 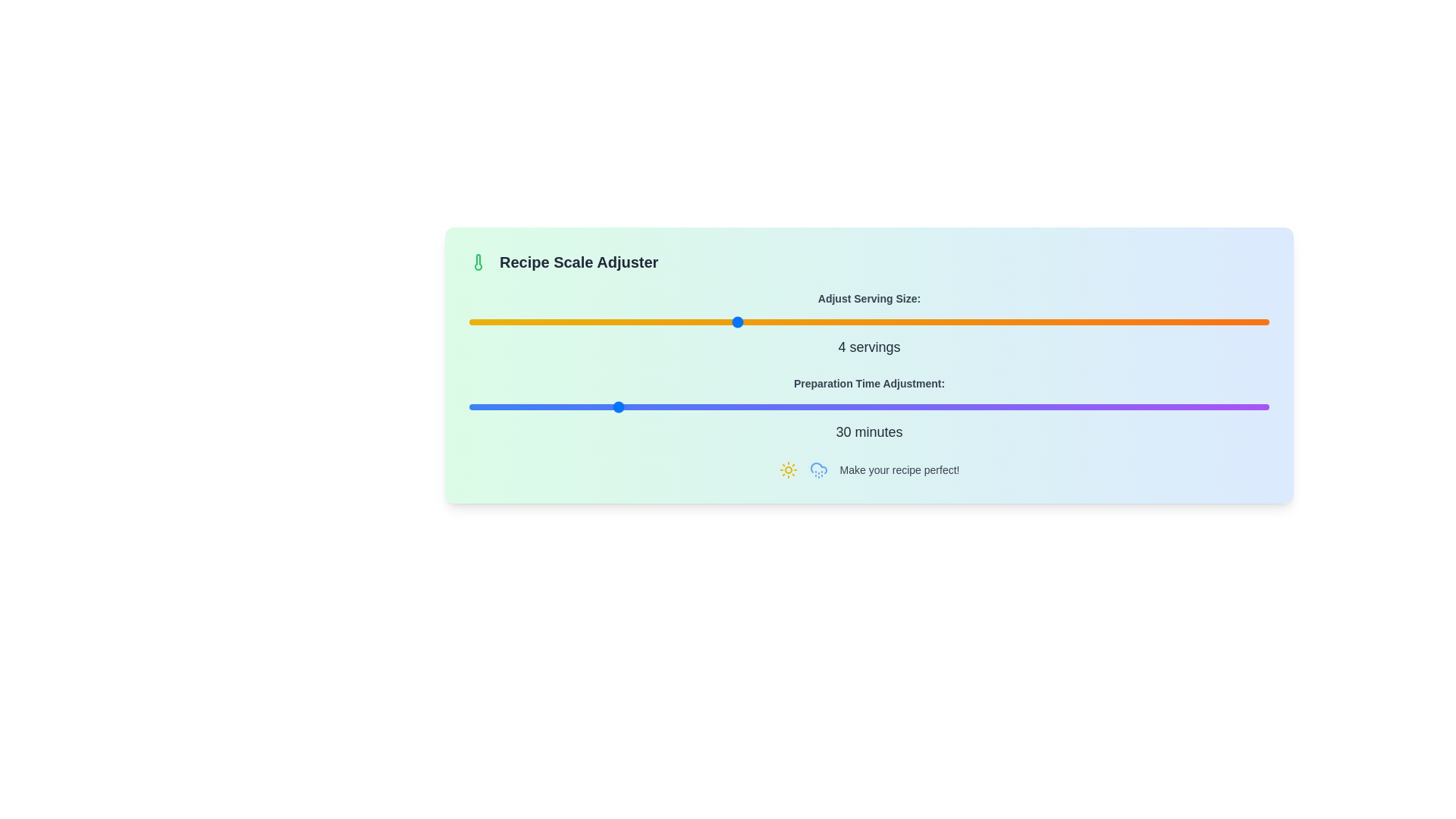 What do you see at coordinates (899, 469) in the screenshot?
I see `the non-interactive text label located at the end of a horizontal arrangement, positioned to the right of two icons in the lower section of the panel` at bounding box center [899, 469].